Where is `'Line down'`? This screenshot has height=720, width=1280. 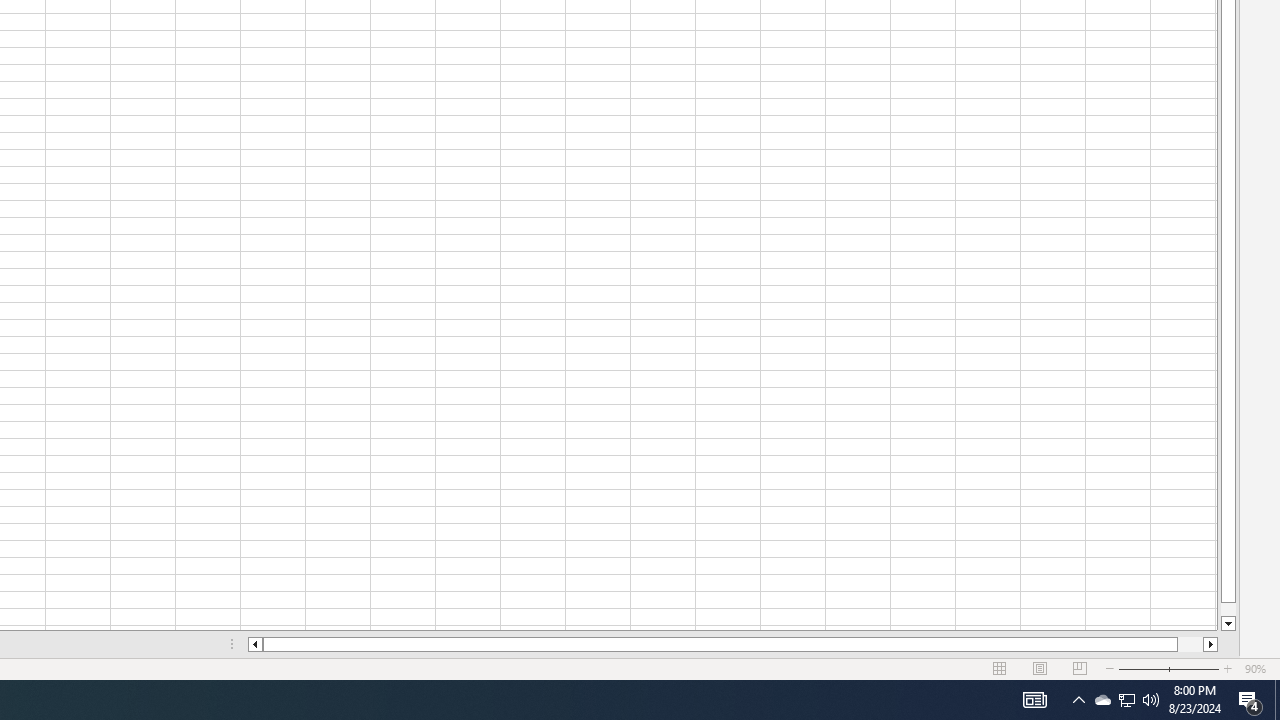 'Line down' is located at coordinates (1227, 623).